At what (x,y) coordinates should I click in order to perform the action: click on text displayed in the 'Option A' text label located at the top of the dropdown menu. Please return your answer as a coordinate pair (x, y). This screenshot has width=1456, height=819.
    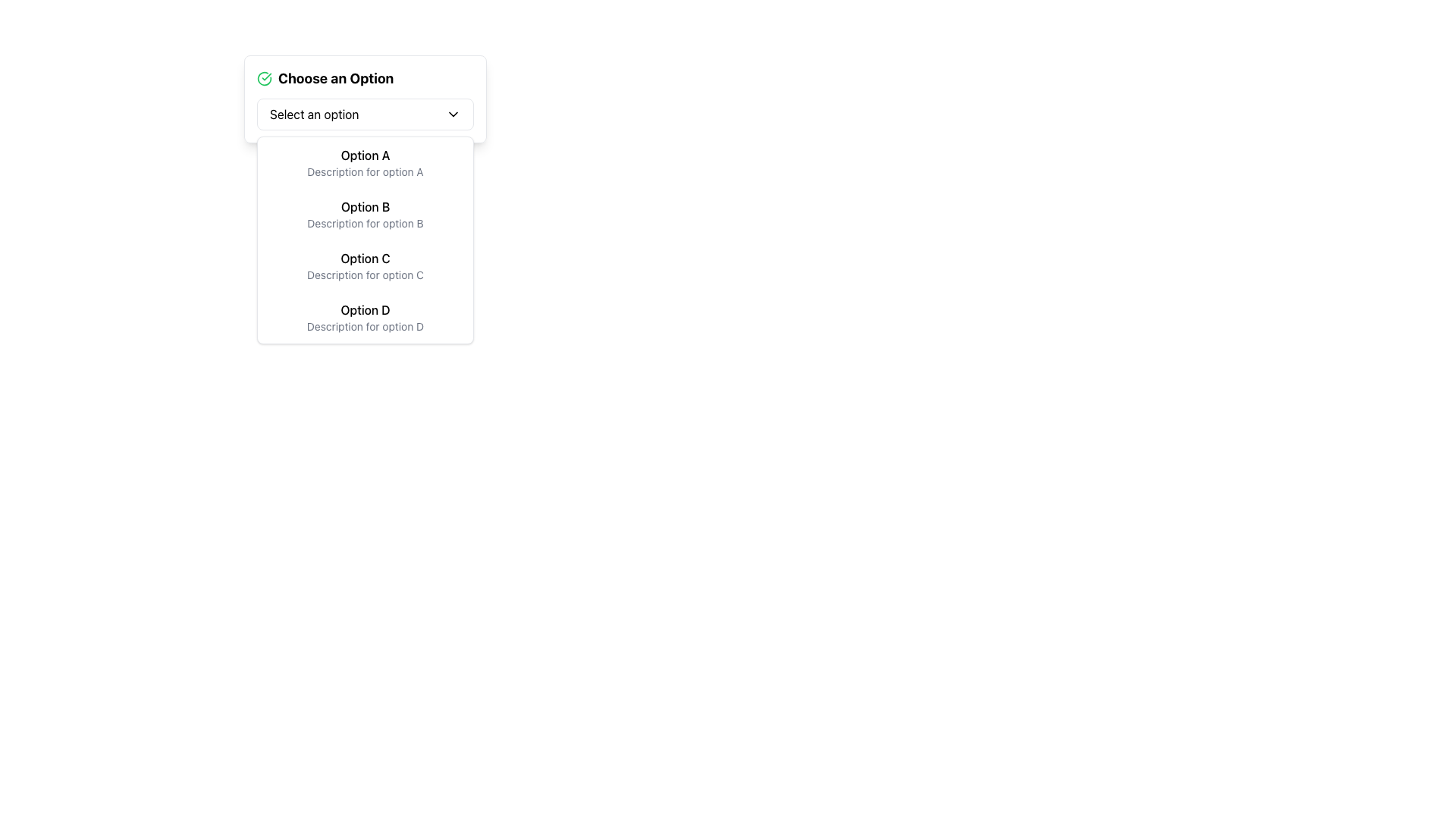
    Looking at the image, I should click on (365, 155).